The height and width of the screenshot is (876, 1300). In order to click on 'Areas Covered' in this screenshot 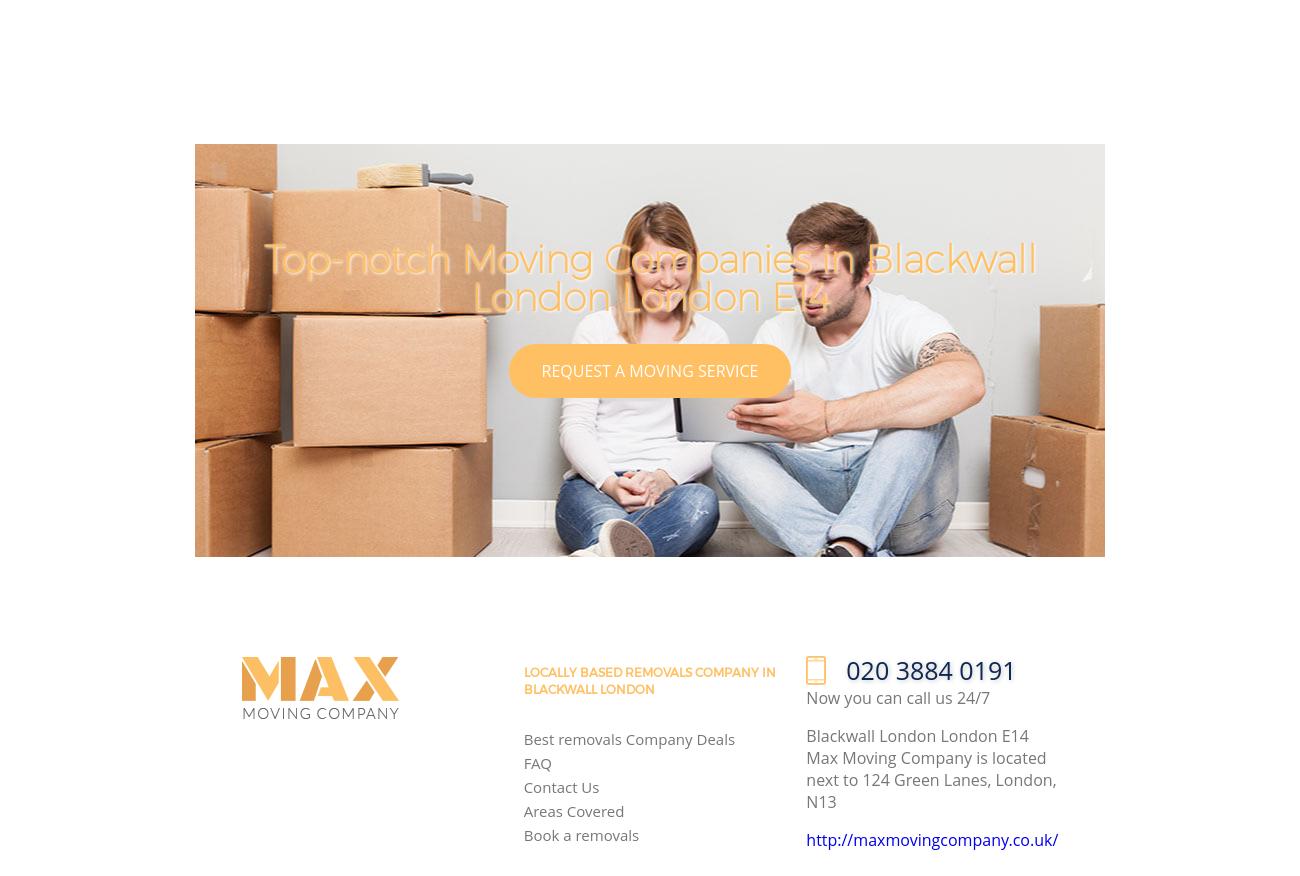, I will do `click(522, 809)`.